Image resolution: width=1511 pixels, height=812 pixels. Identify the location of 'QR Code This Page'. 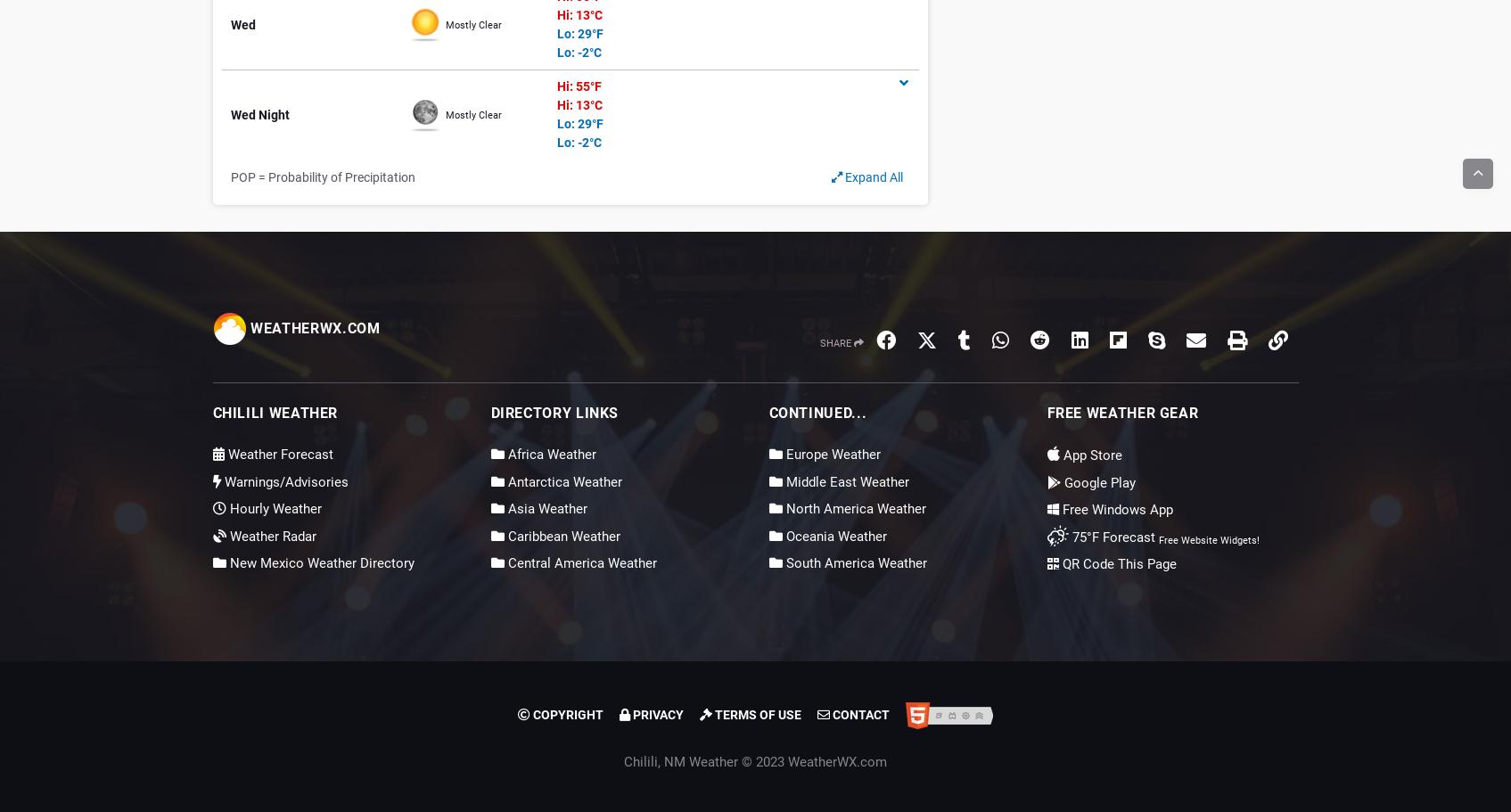
(1115, 563).